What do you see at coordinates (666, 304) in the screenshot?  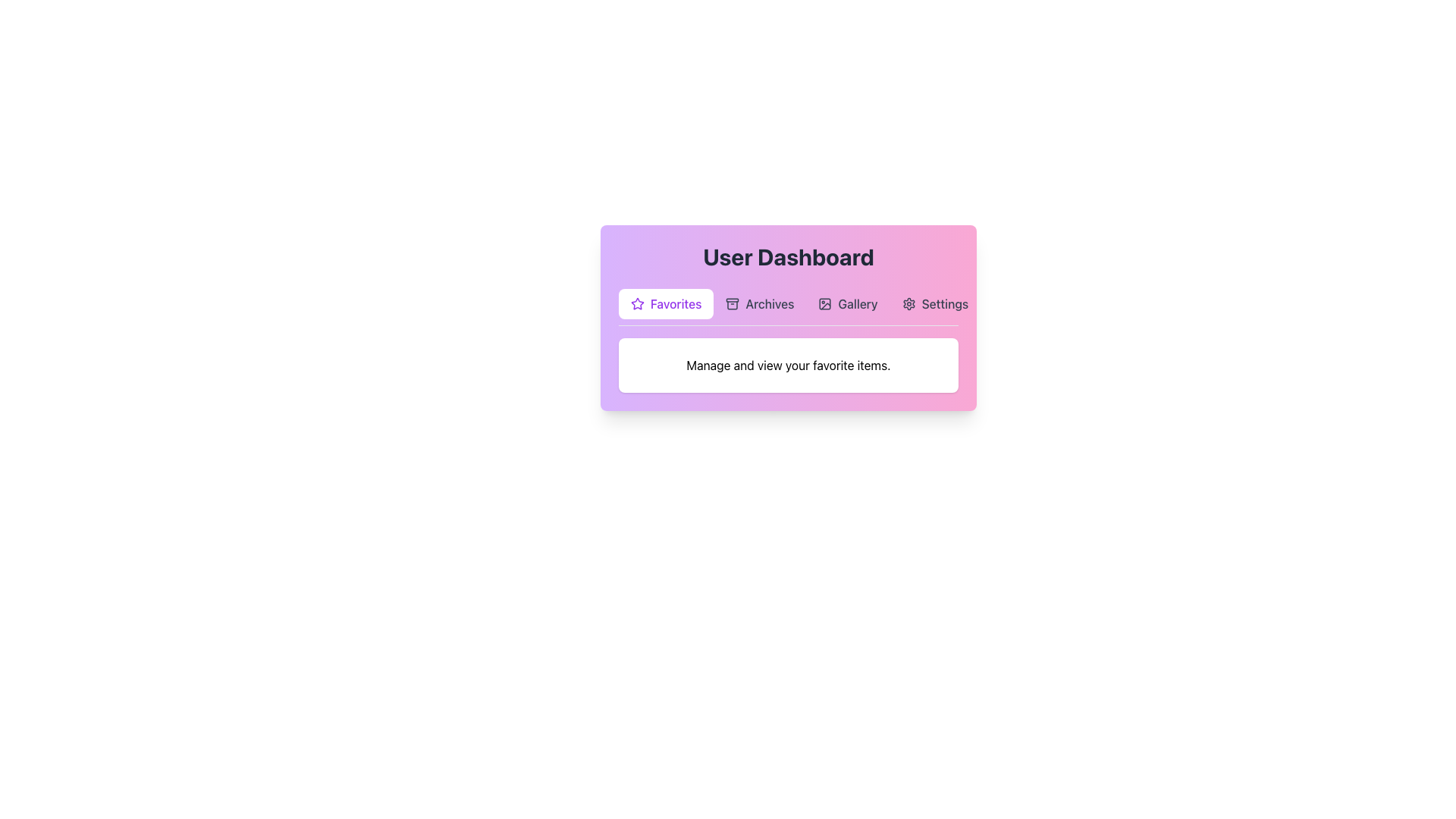 I see `the 'Favorites' navigation button located in the top left section of the navigation bar to possibly trigger a tooltip or hover effect` at bounding box center [666, 304].